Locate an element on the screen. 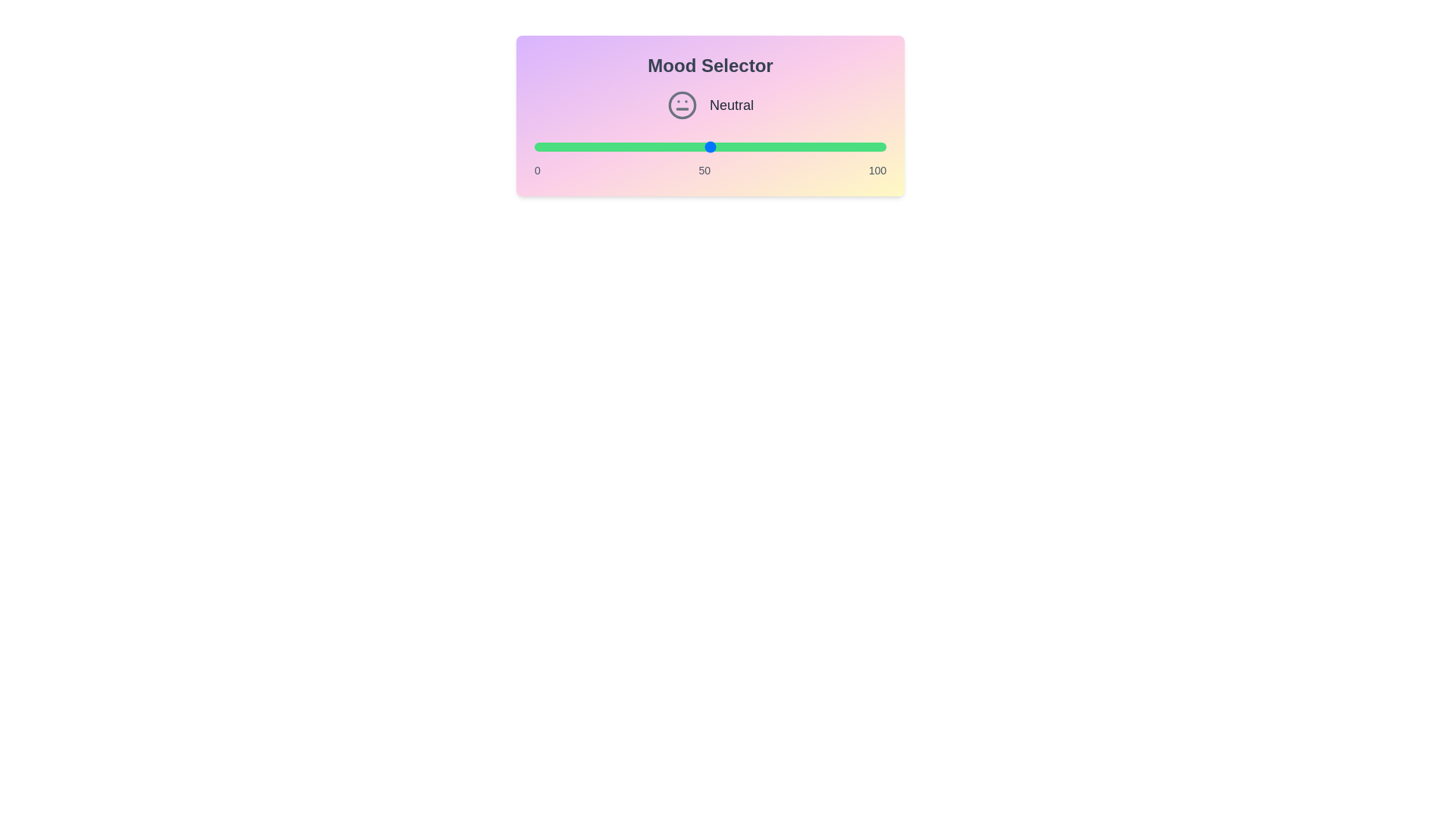  the mood value to 71 by adjusting the slider is located at coordinates (784, 146).